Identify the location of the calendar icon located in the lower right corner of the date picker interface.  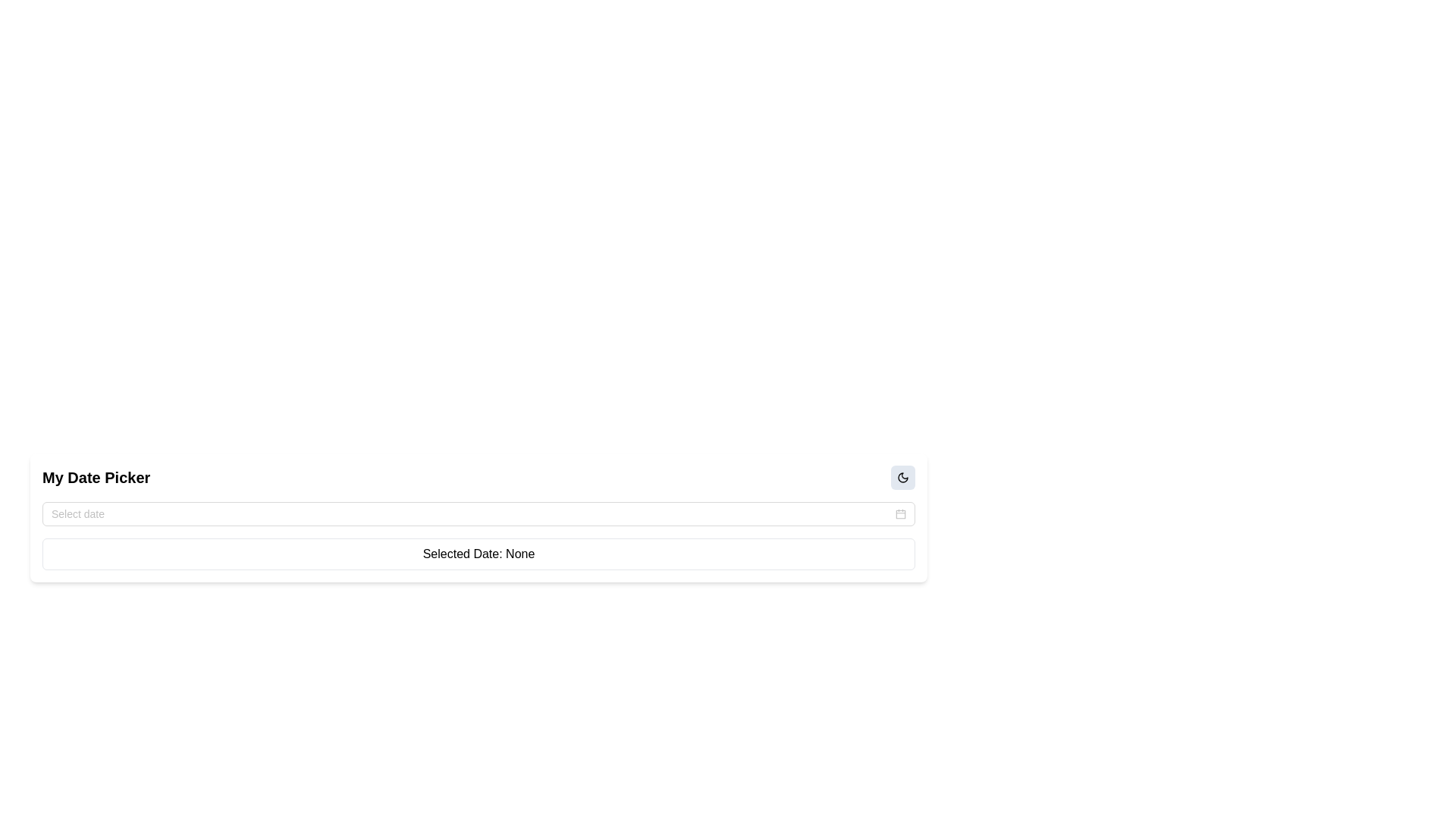
(901, 513).